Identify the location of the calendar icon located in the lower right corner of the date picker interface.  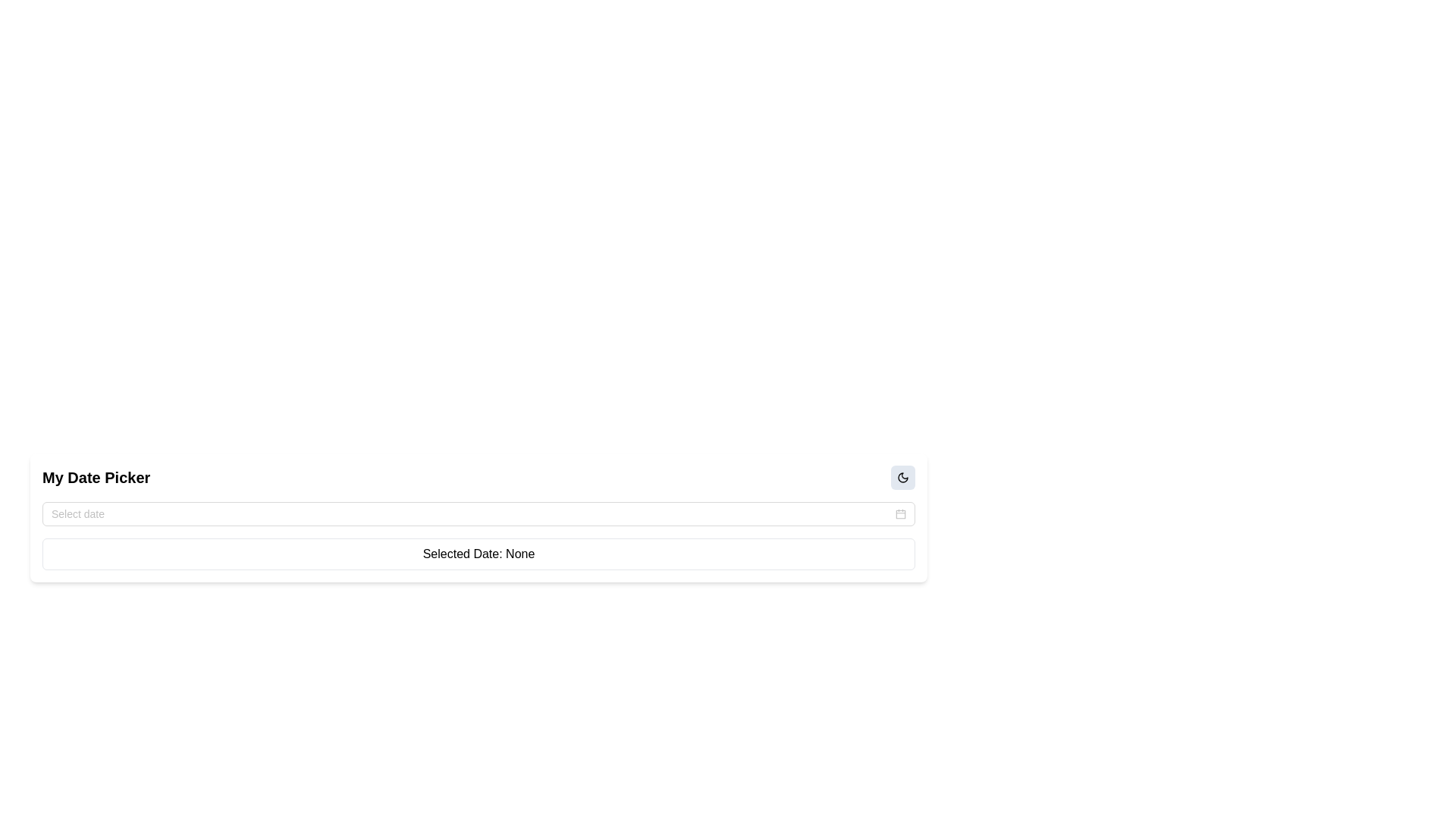
(901, 513).